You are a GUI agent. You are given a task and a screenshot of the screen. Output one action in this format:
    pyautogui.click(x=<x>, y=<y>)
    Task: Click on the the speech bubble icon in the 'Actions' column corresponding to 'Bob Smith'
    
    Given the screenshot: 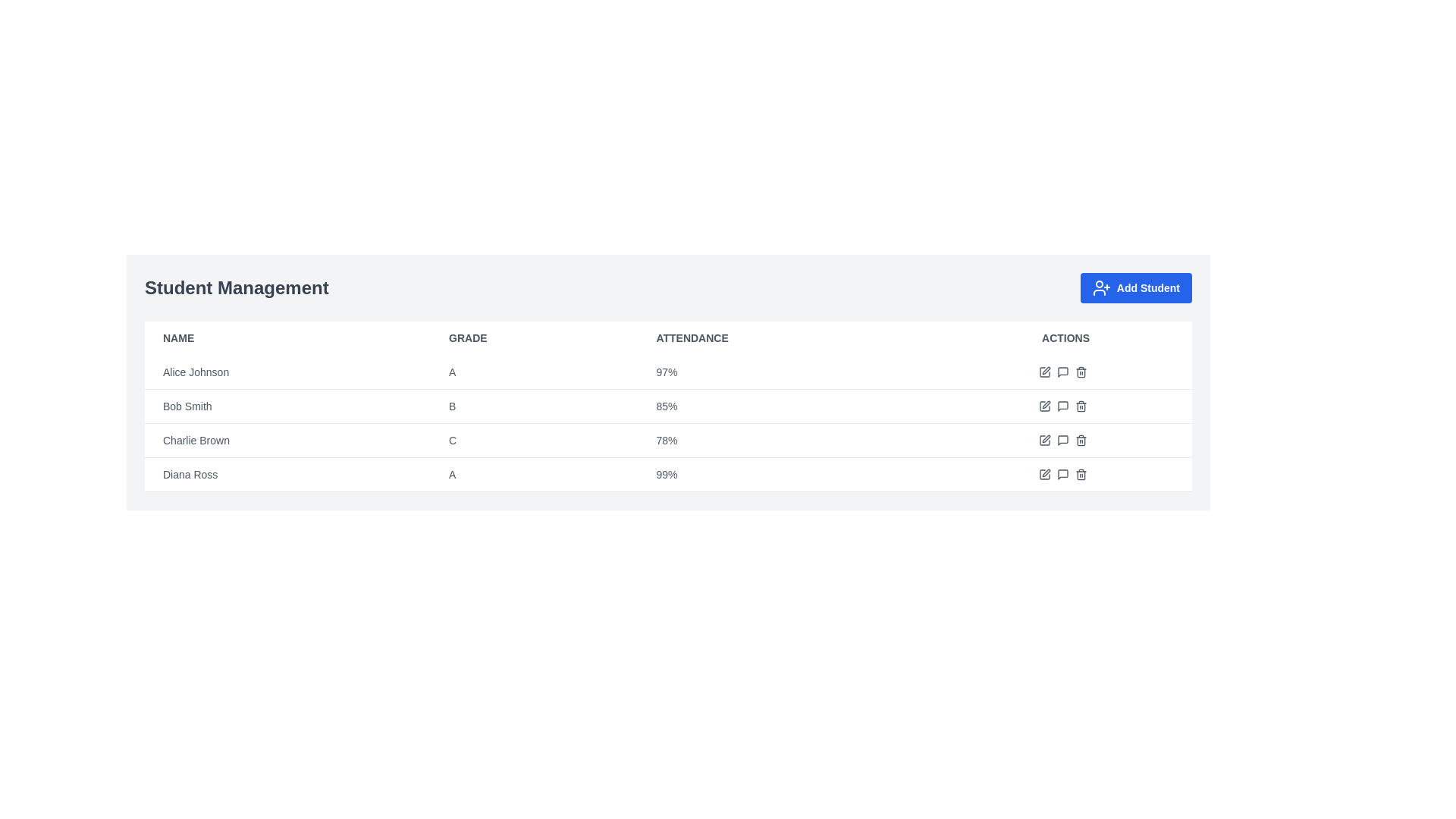 What is the action you would take?
    pyautogui.click(x=1062, y=406)
    